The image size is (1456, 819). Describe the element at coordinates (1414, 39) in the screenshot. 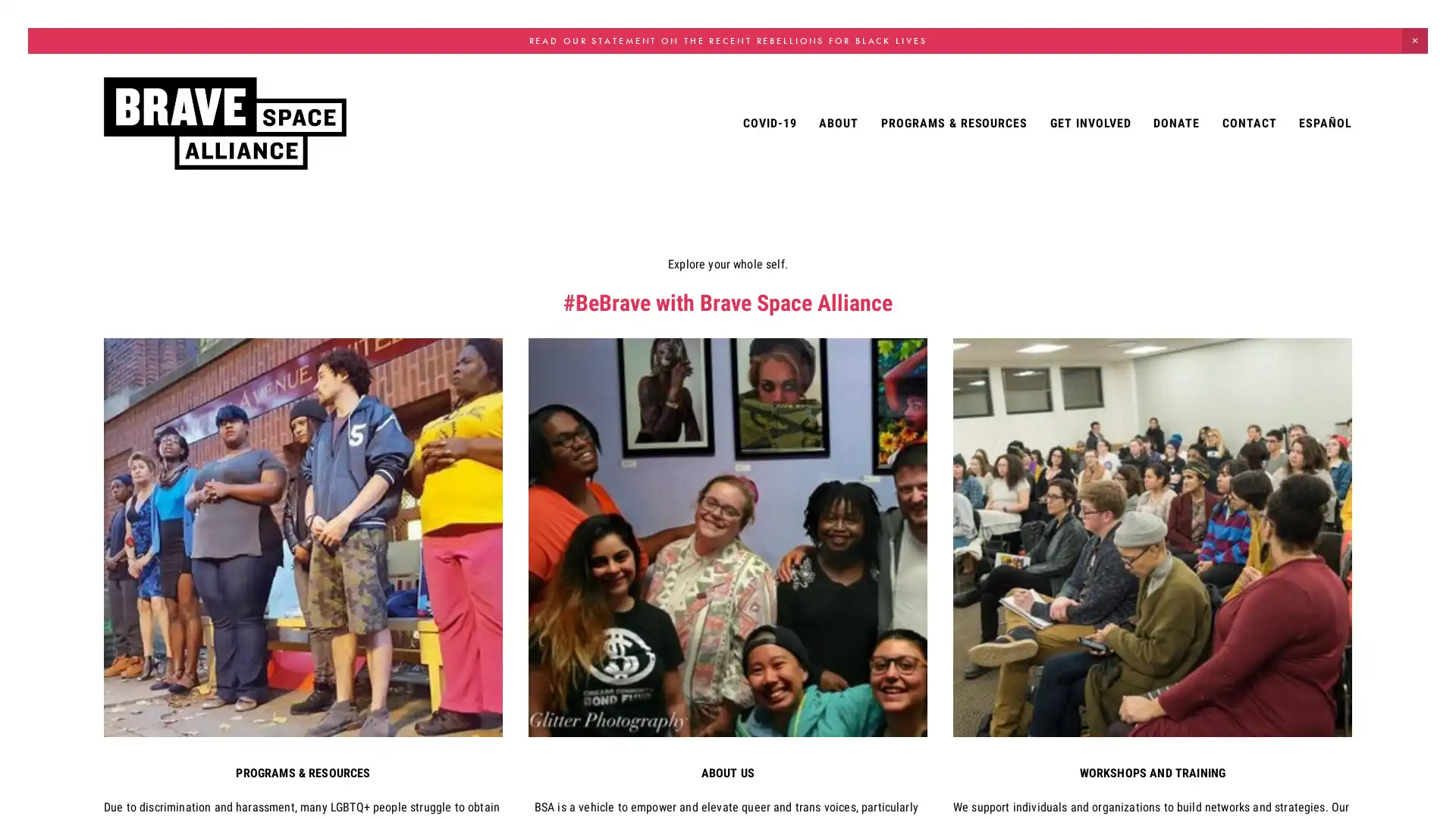

I see `Close Announcement` at that location.